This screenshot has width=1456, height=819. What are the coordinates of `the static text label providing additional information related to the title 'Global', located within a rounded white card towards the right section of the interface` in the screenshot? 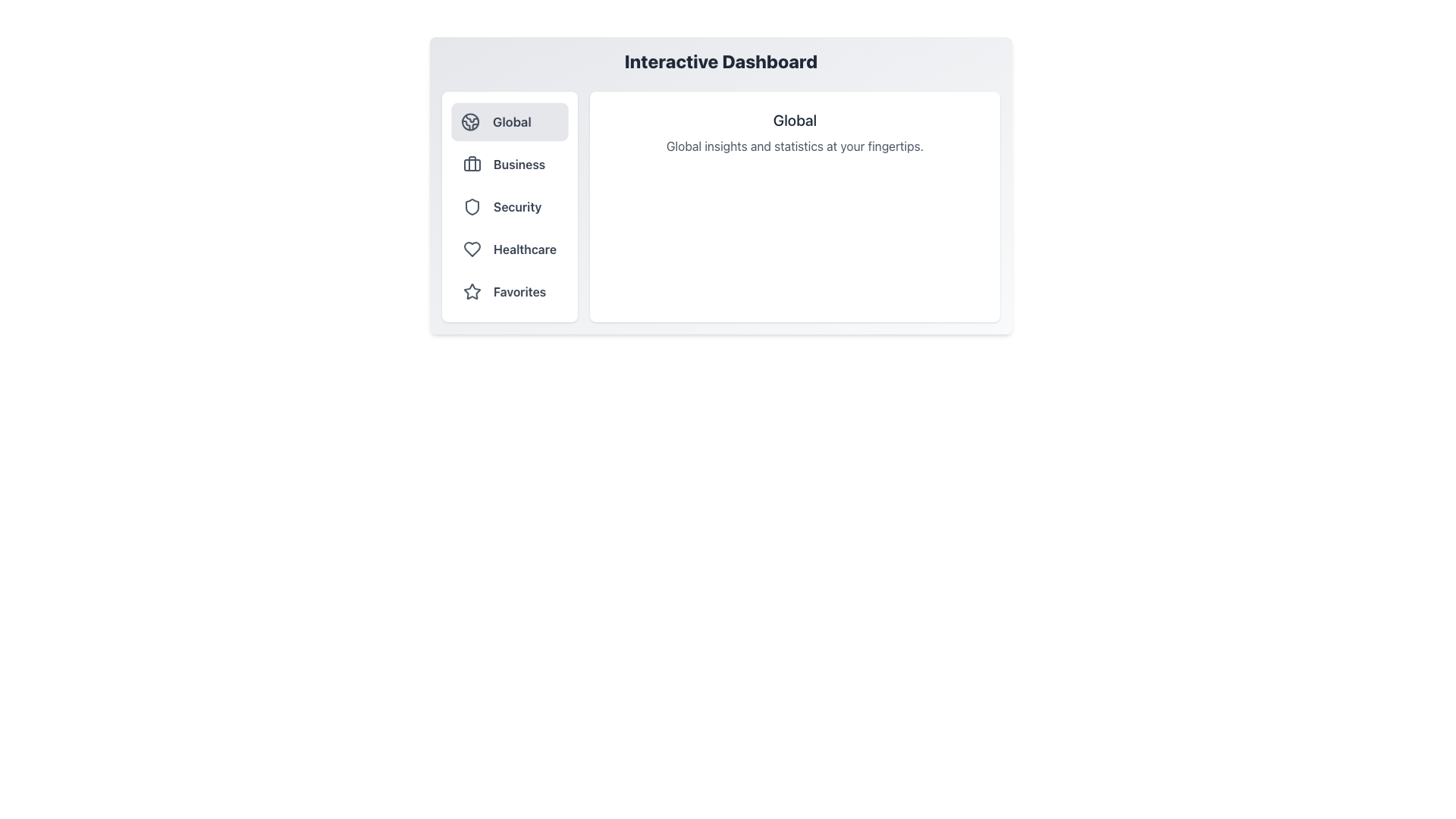 It's located at (794, 146).